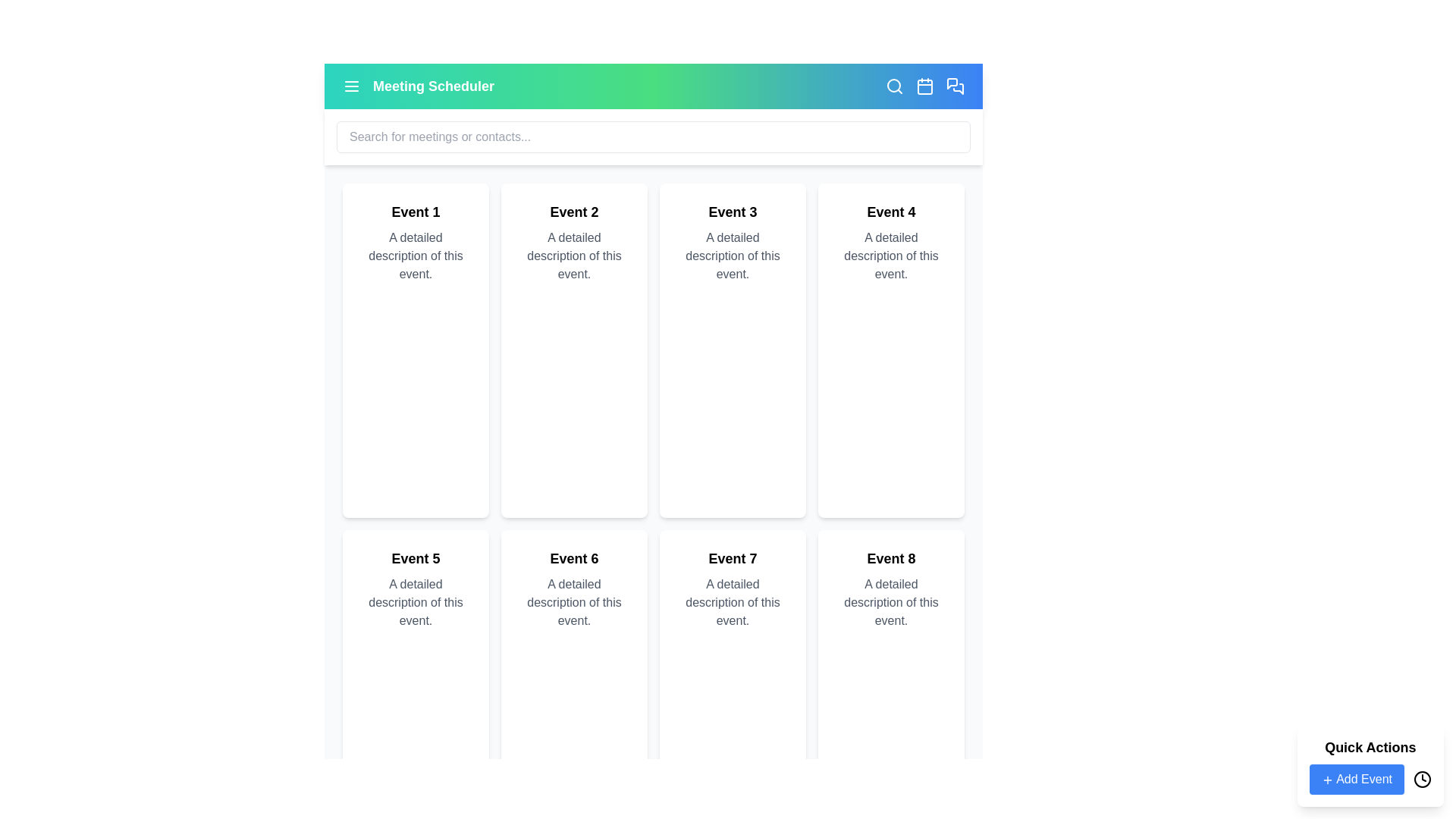 Image resolution: width=1456 pixels, height=819 pixels. Describe the element at coordinates (733, 256) in the screenshot. I see `the static text element containing the description 'A detailed description of this event.' which is located below the title 'Event 3' in the third card of the grid` at that location.